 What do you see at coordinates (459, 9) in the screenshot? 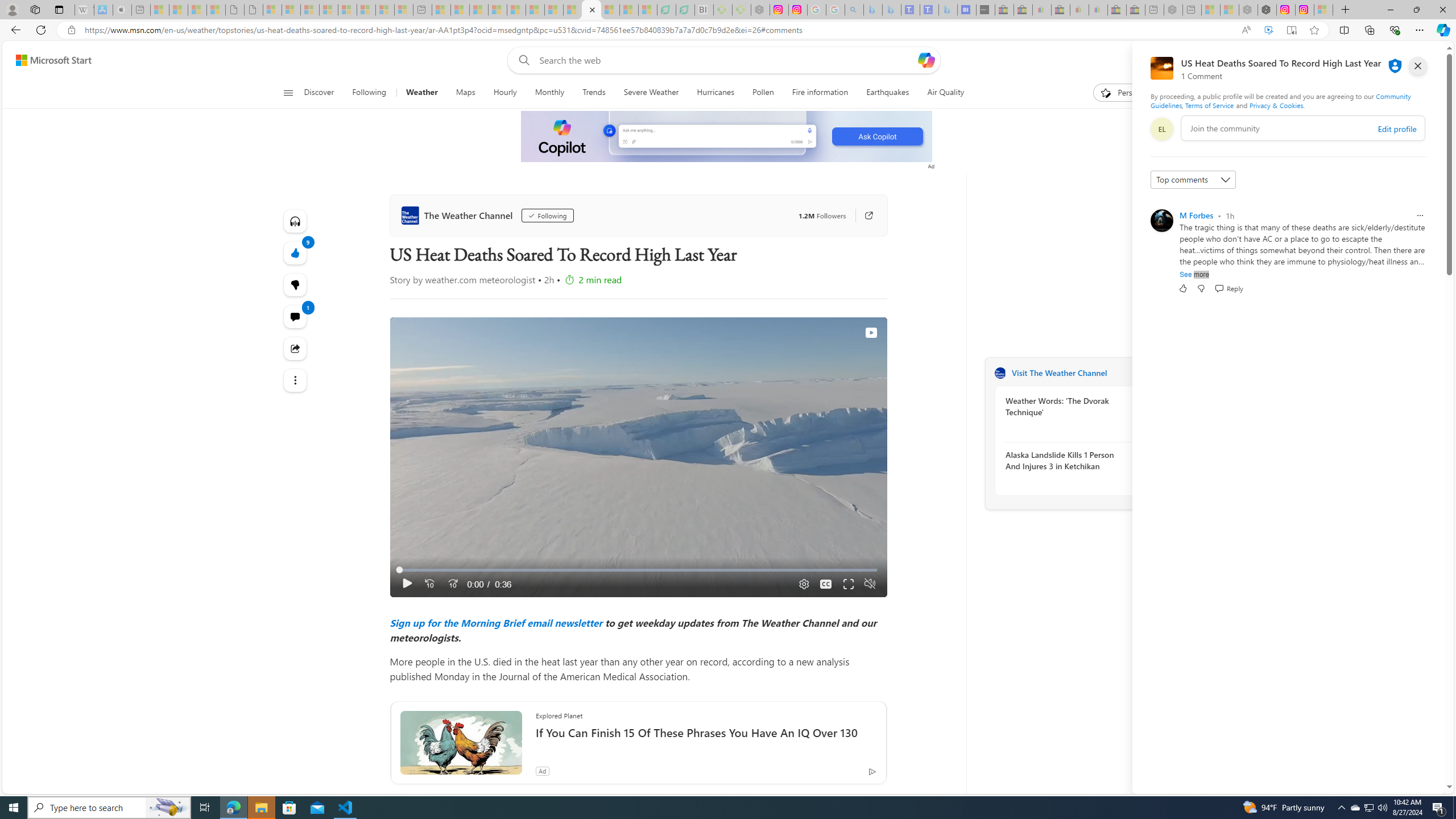
I see `'Marine life - MSN - Sleeping'` at bounding box center [459, 9].